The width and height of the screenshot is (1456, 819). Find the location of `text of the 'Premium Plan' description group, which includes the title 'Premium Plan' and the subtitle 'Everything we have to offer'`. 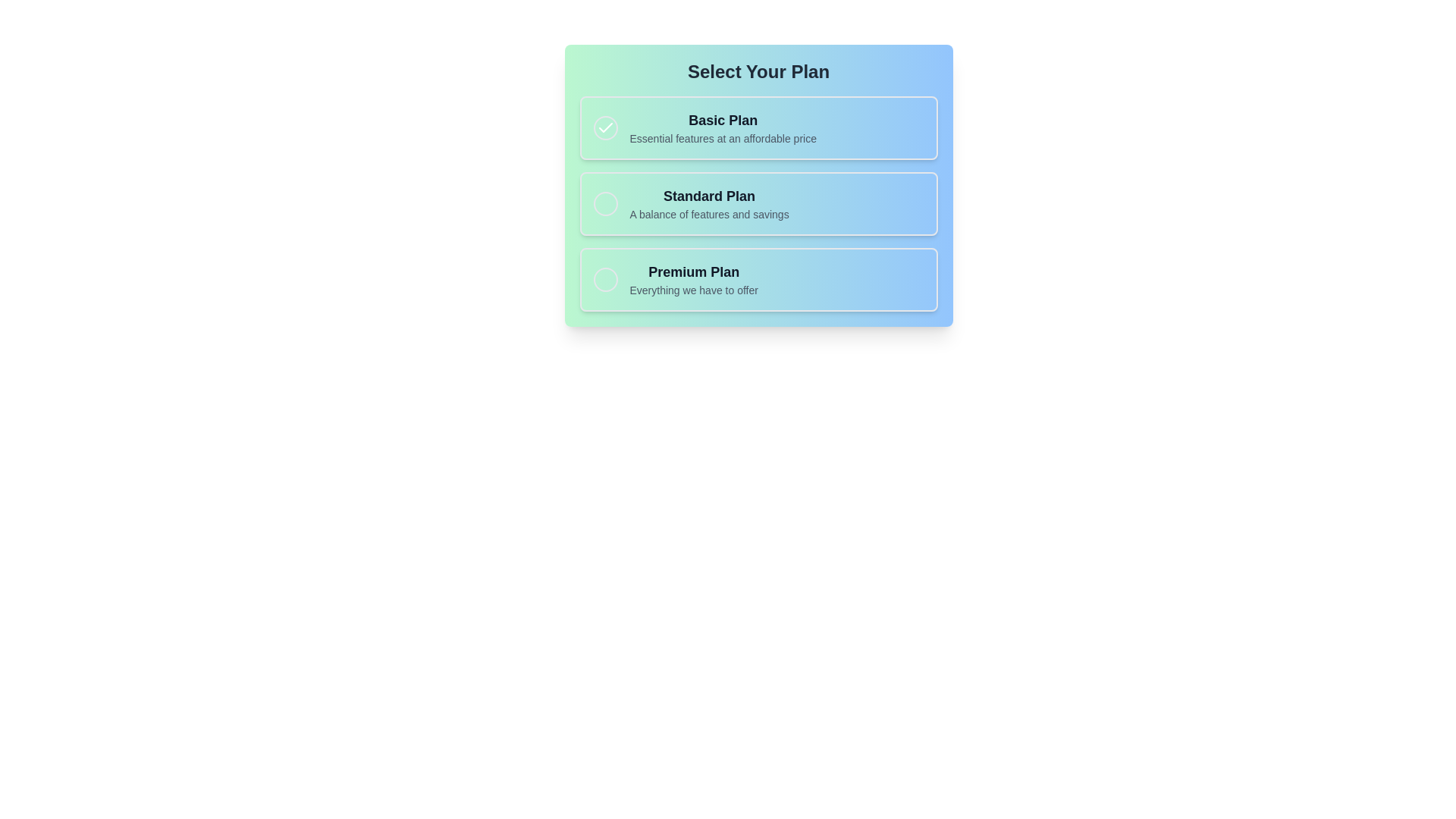

text of the 'Premium Plan' description group, which includes the title 'Premium Plan' and the subtitle 'Everything we have to offer' is located at coordinates (693, 280).